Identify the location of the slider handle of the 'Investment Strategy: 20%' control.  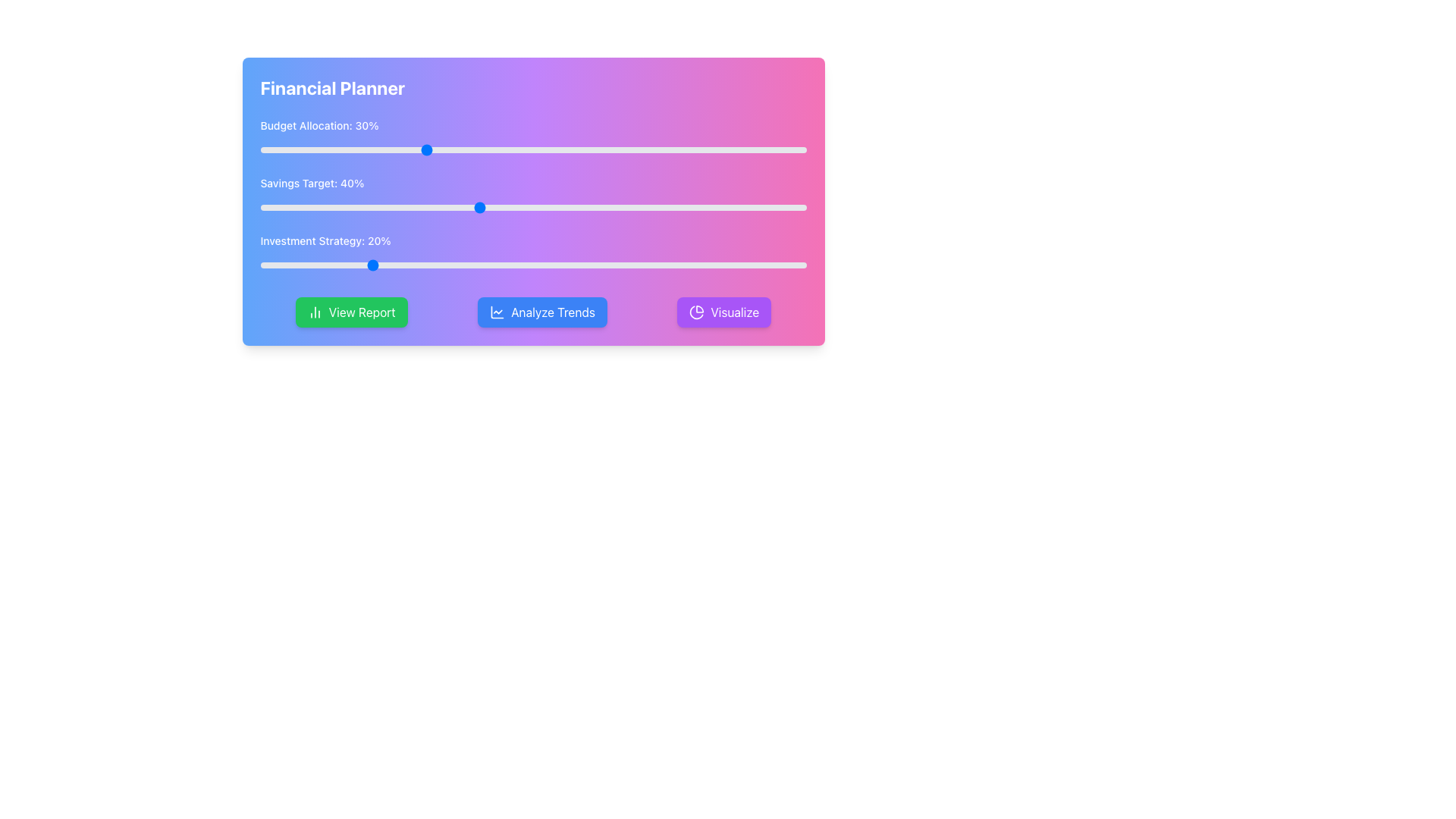
(533, 253).